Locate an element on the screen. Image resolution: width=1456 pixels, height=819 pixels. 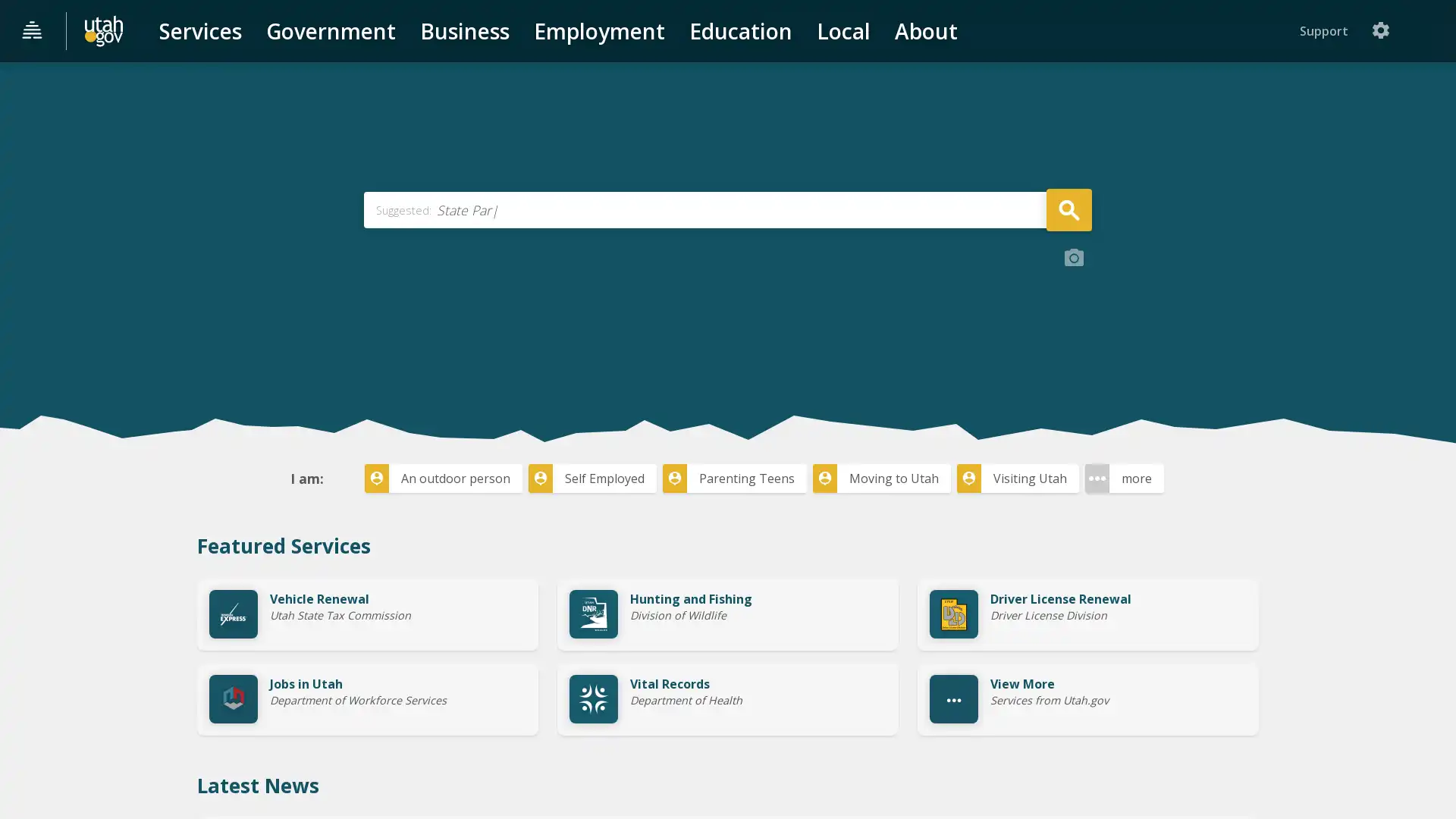
Menu is located at coordinates (33, 31).